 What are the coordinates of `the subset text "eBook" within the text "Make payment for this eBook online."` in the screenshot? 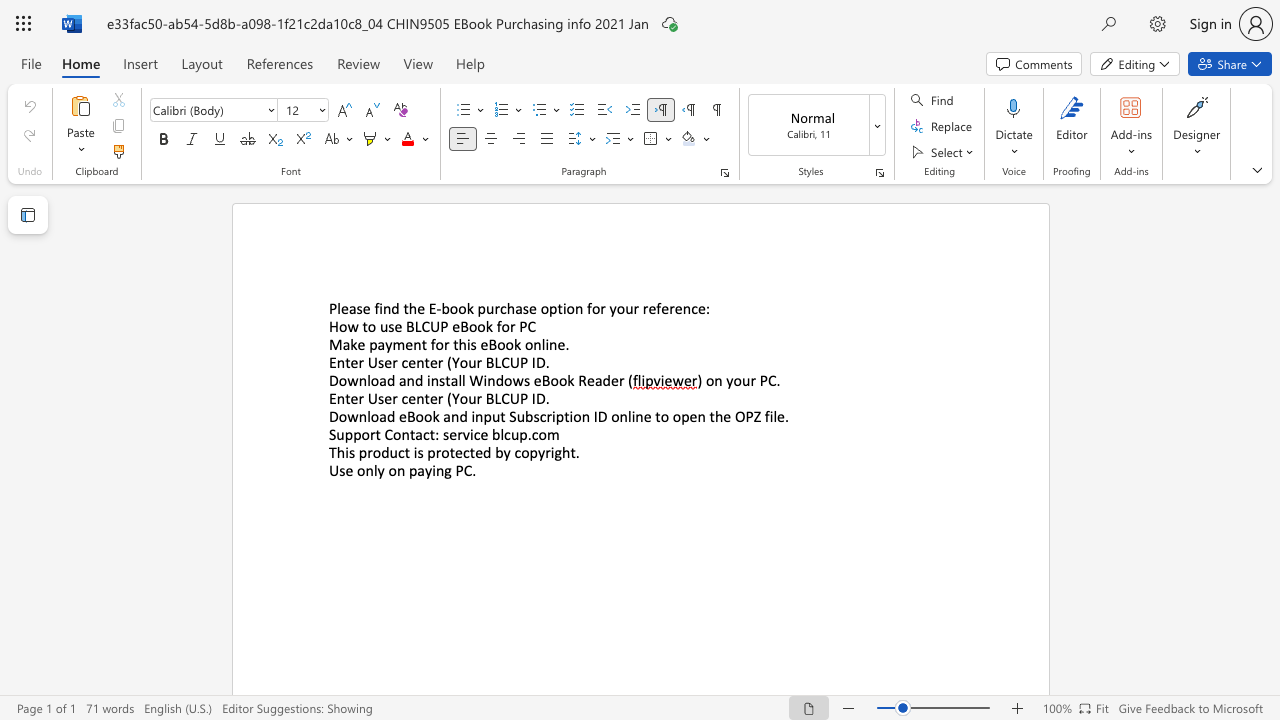 It's located at (480, 343).